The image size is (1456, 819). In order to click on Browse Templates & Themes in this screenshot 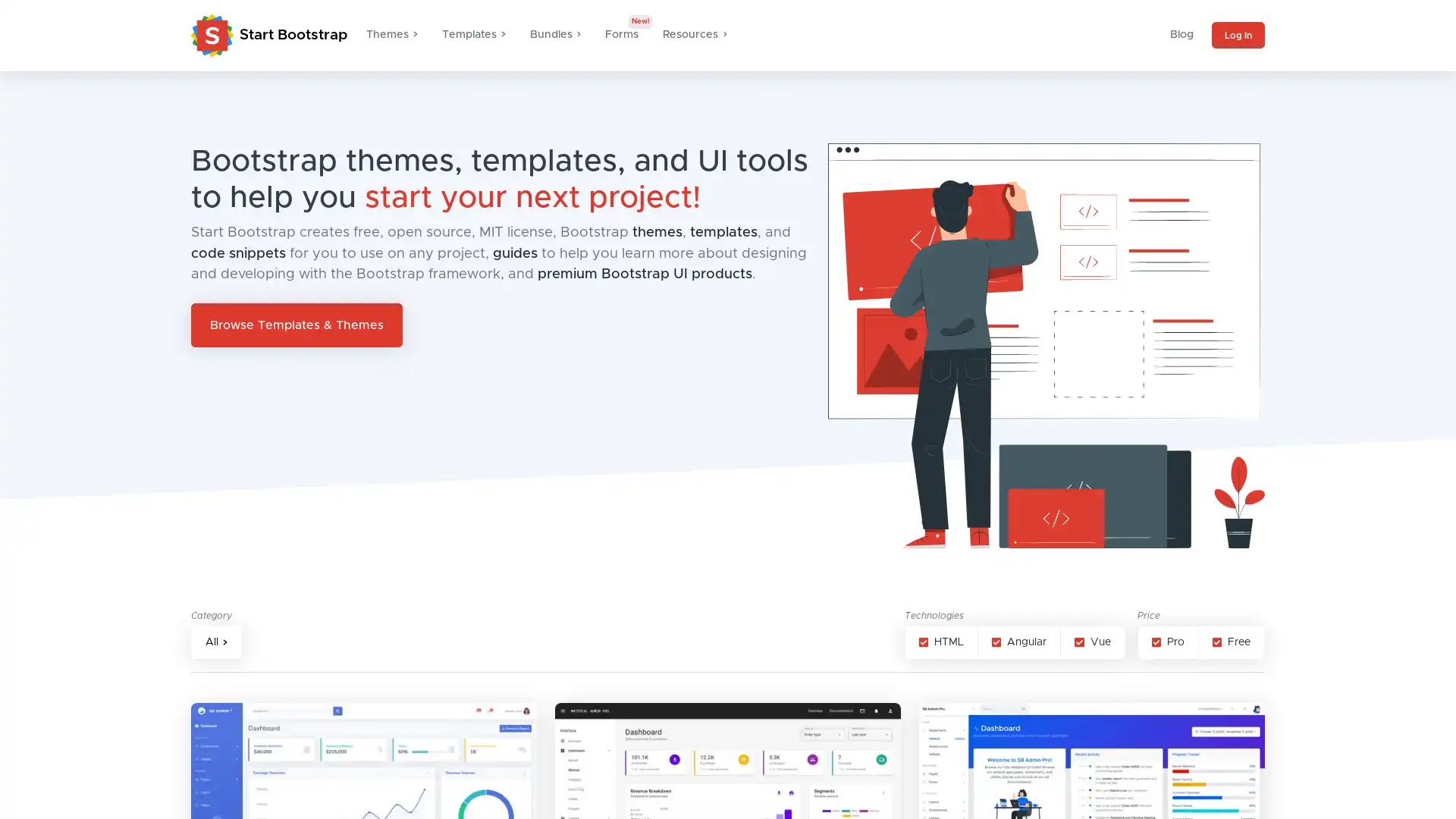, I will do `click(297, 324)`.